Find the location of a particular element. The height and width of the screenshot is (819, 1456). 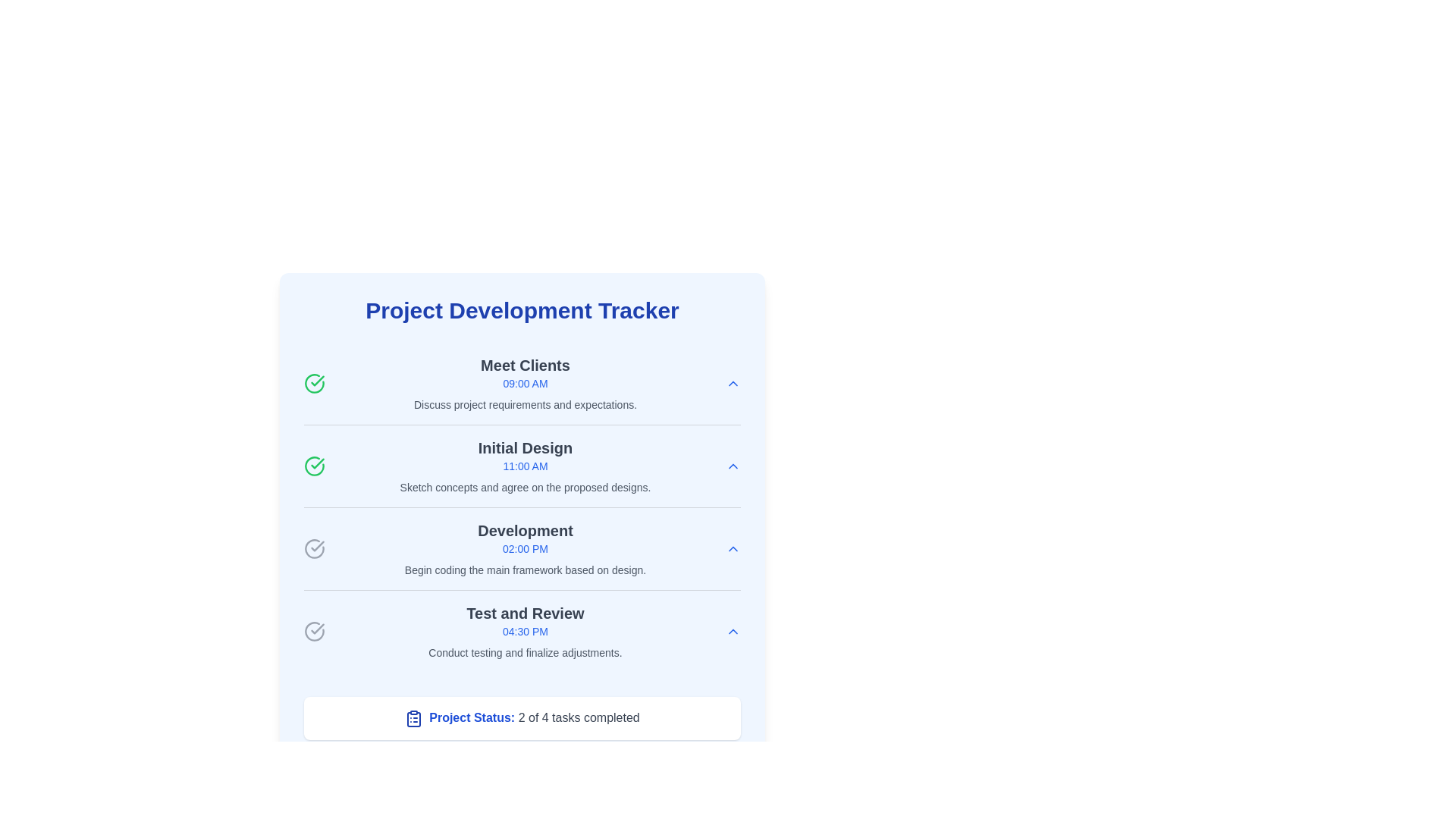

the small, stylized checkmark icon within a circular border, located near the bottom-left corner of the 'Test and Review' item in the vertical task list is located at coordinates (317, 629).